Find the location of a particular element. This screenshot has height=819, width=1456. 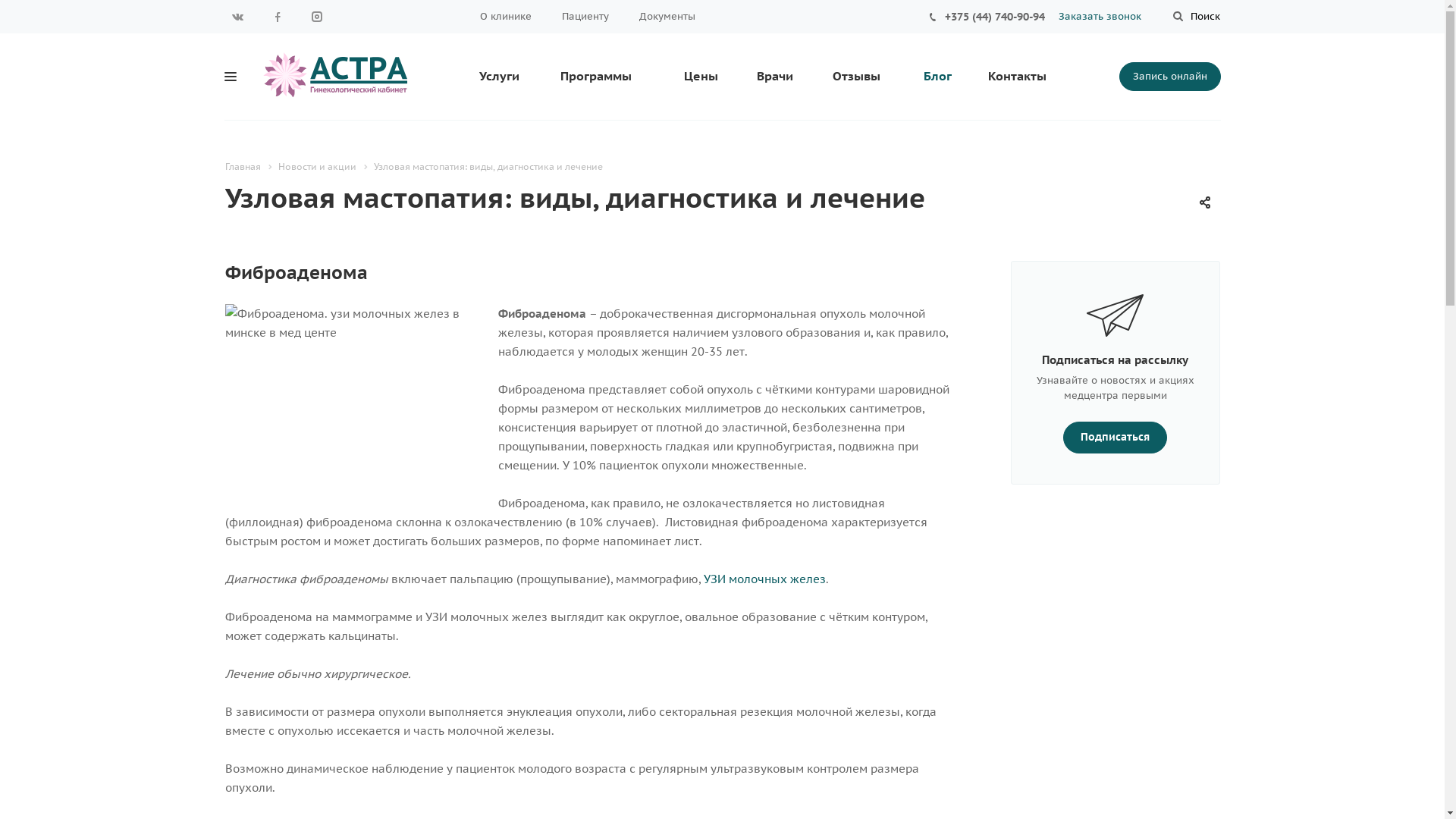

'astramed.by' is located at coordinates (262, 74).